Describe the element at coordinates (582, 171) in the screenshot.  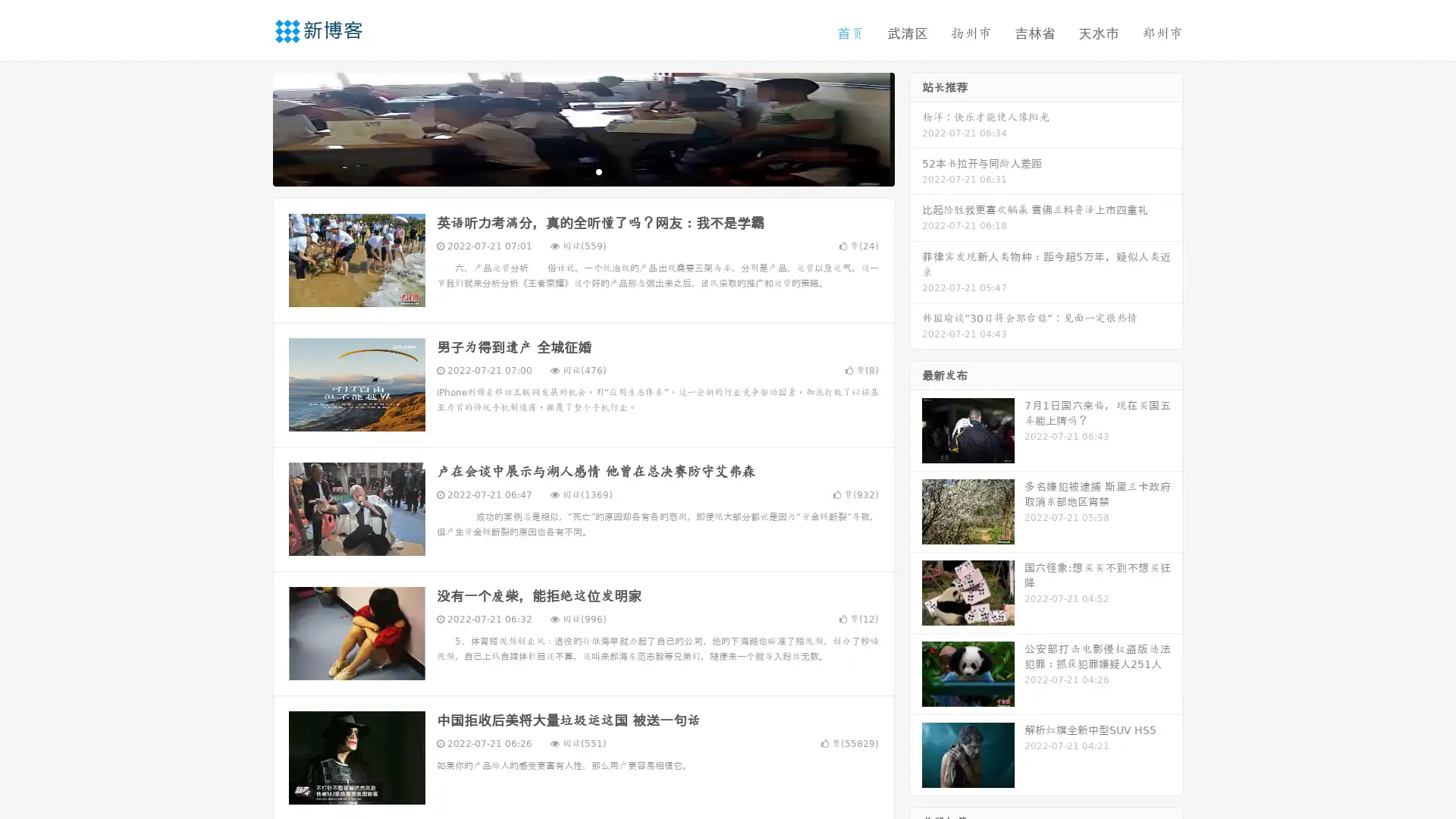
I see `Go to slide 2` at that location.